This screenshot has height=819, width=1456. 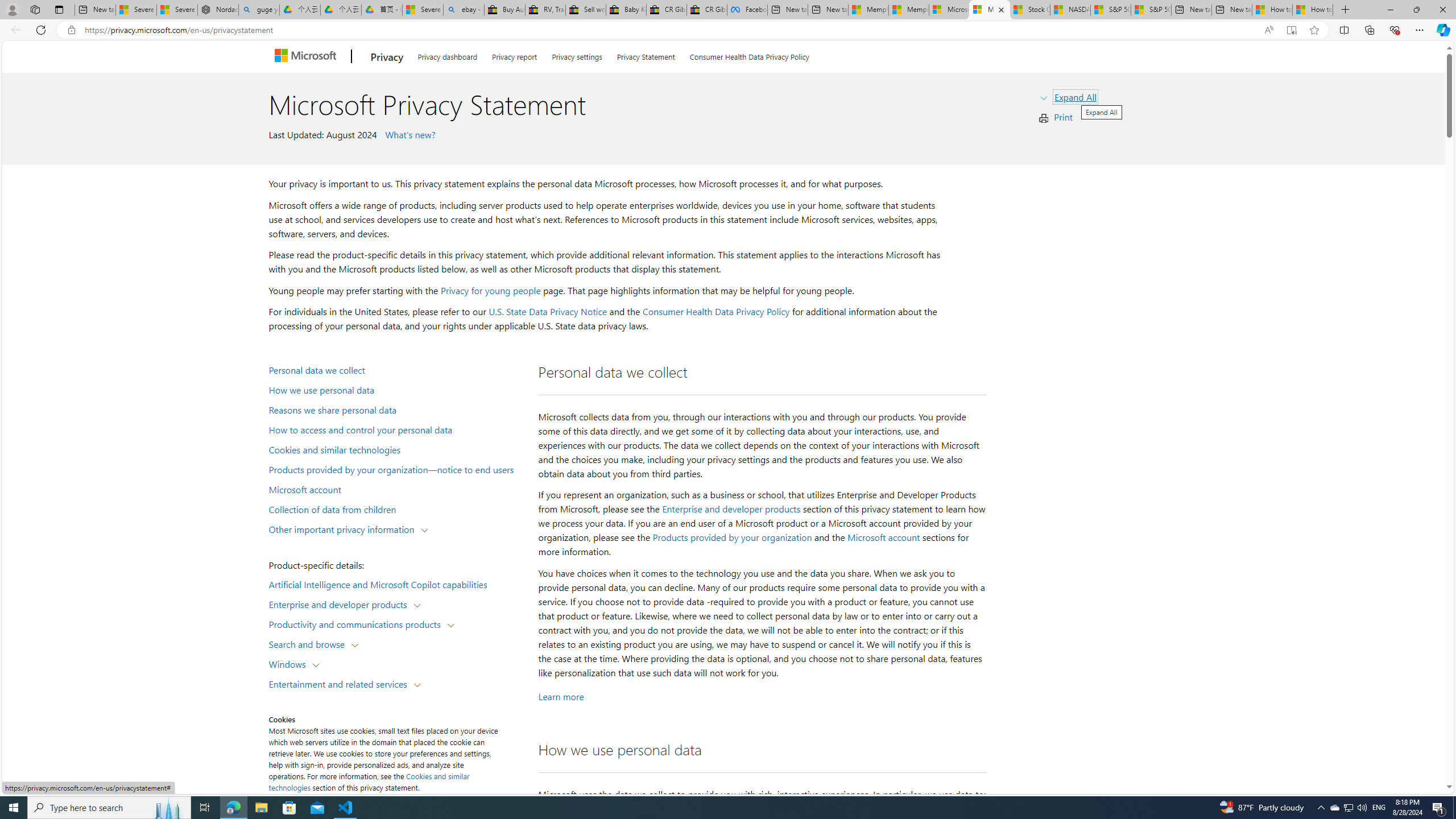 I want to click on 'How to access and control your personal data', so click(x=396, y=429).